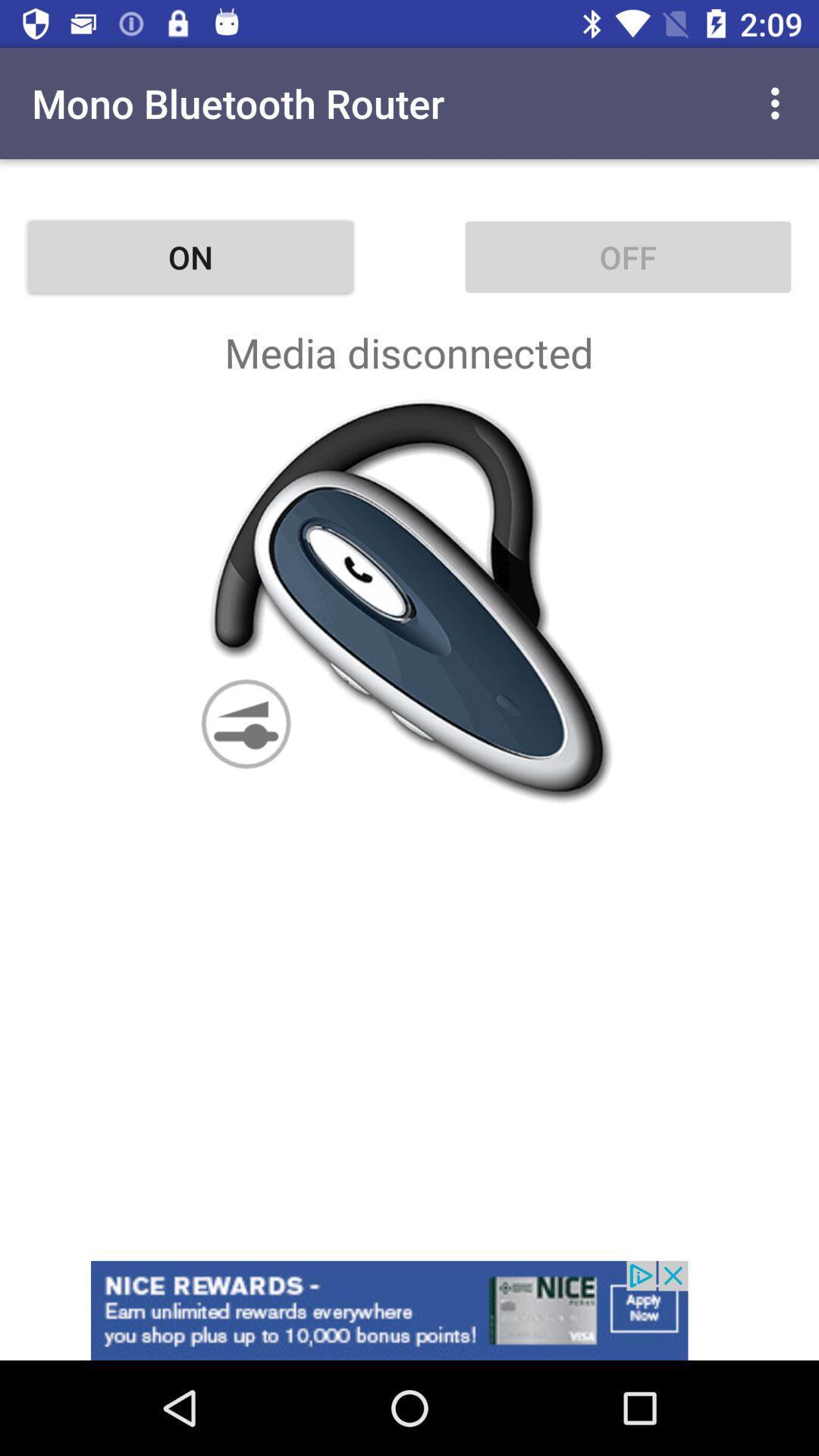 The width and height of the screenshot is (819, 1456). What do you see at coordinates (245, 723) in the screenshot?
I see `the sliders icon` at bounding box center [245, 723].